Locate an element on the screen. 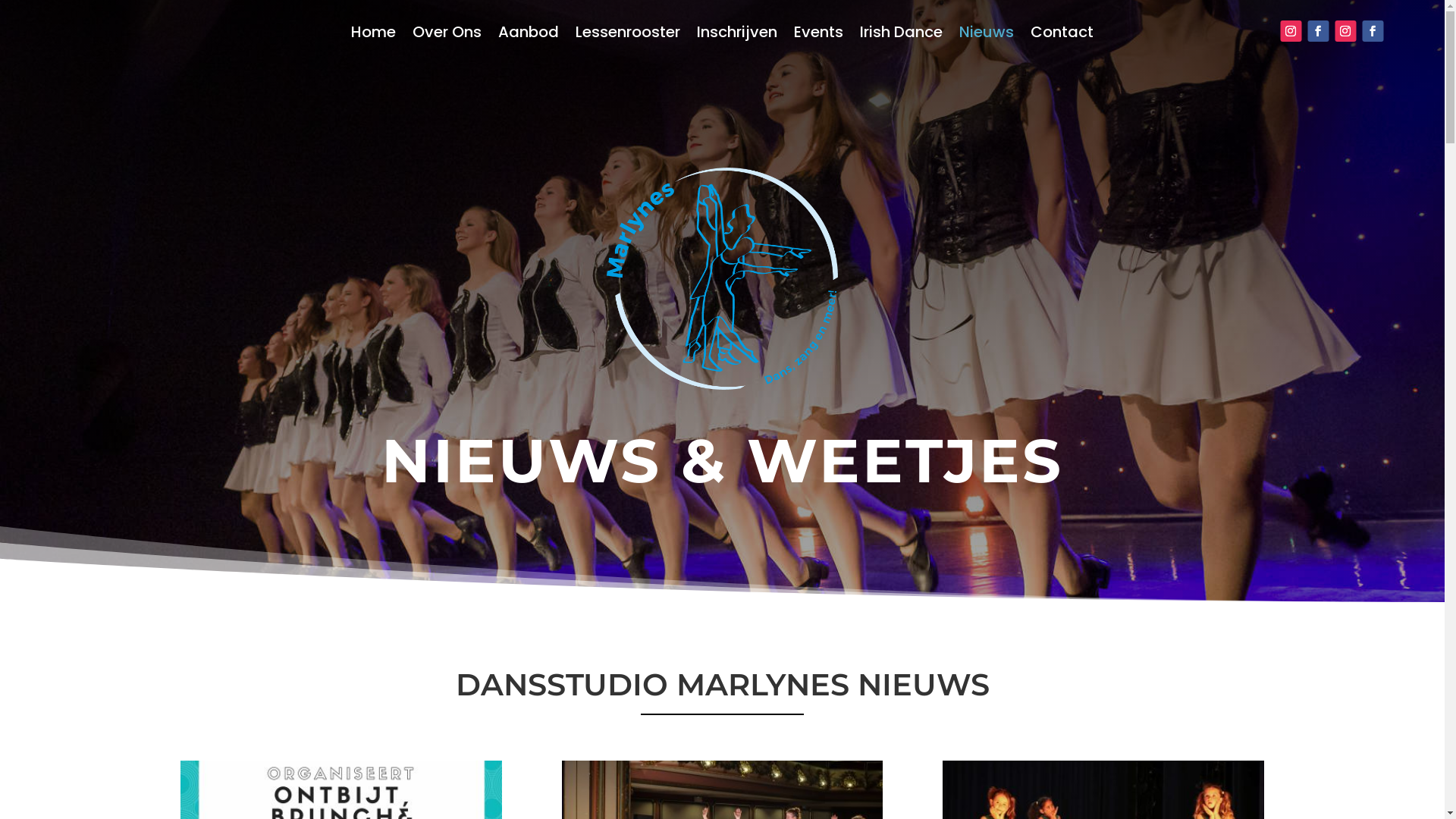 This screenshot has width=1456, height=819. 'Over Ons' is located at coordinates (446, 34).